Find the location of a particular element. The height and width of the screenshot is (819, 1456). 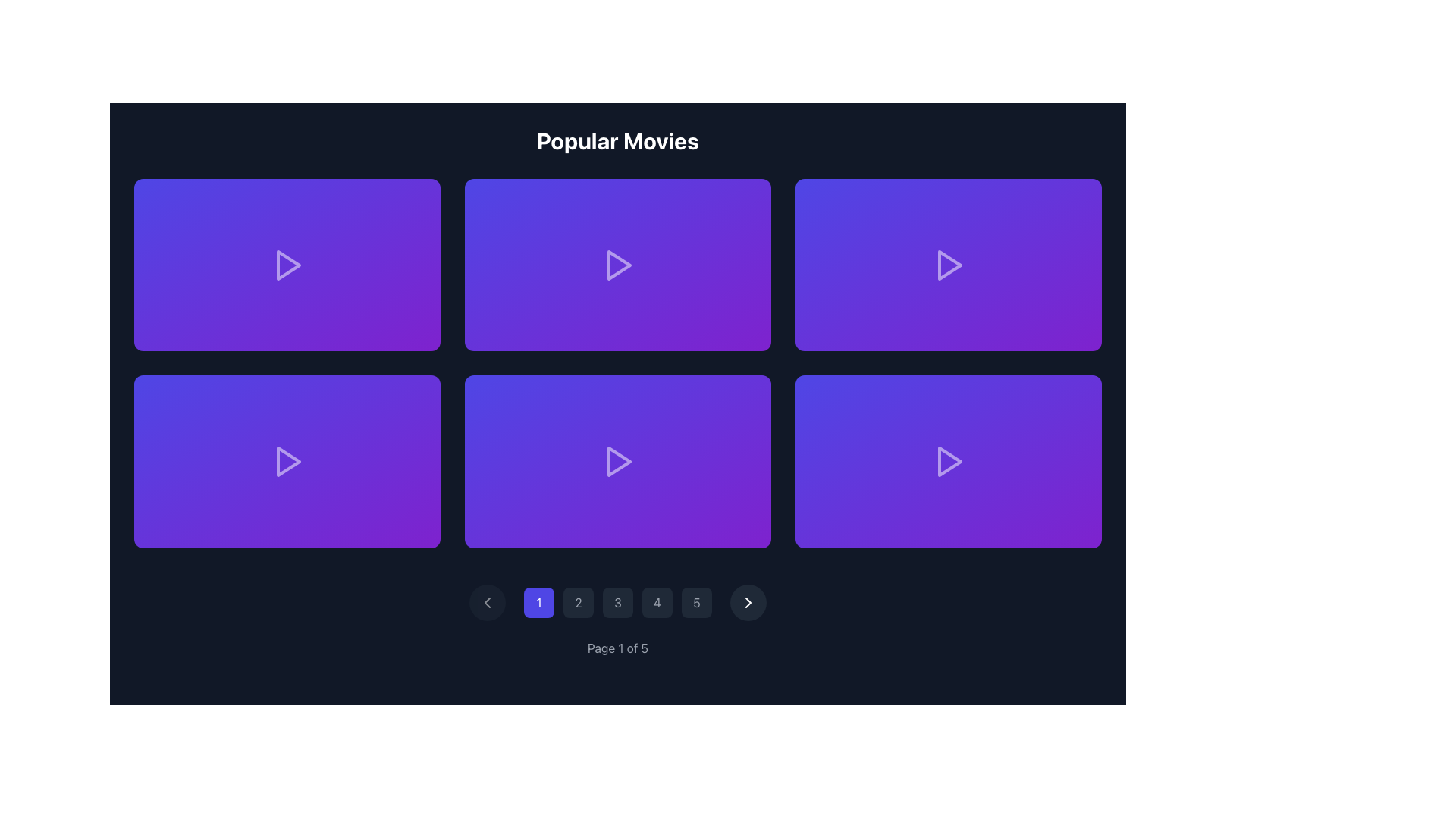

the visual media tile with a play button icon located in the second row and first column of the grid layout is located at coordinates (287, 460).